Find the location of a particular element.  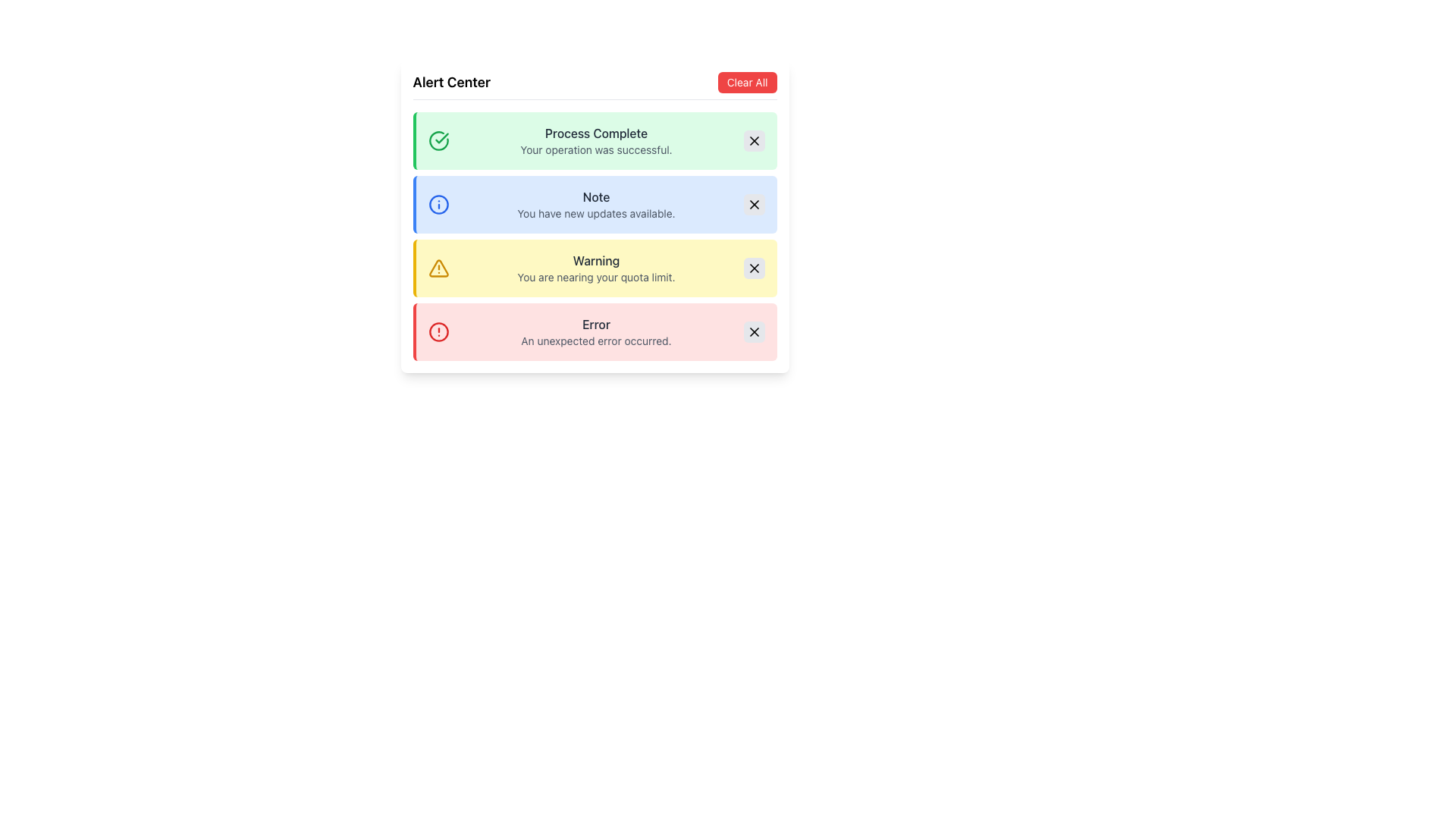

the success message text label indicating that a process has been successfully completed, which is located within the green-themed alert box under 'Alert Center' is located at coordinates (595, 133).